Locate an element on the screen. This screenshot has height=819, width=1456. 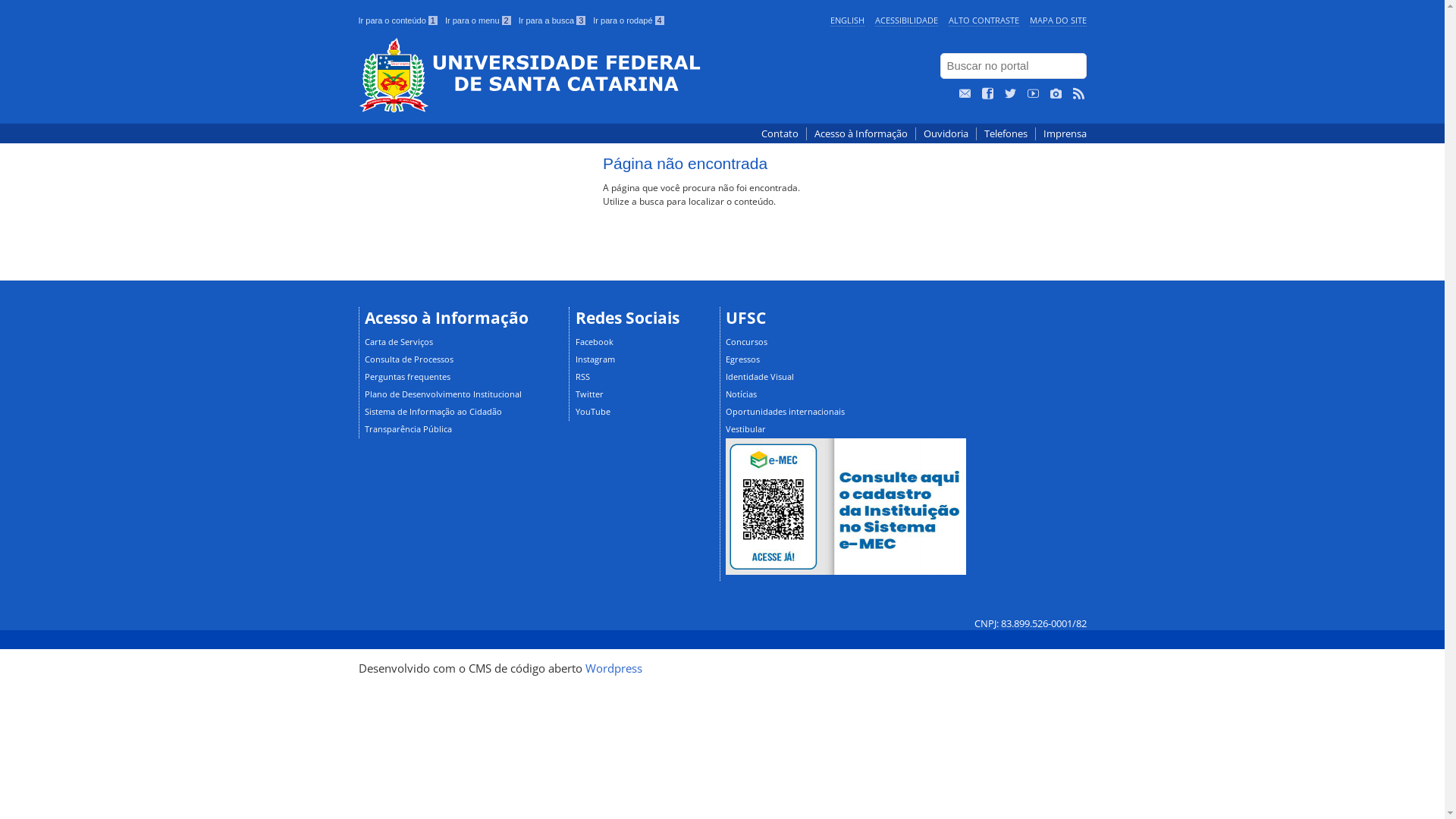
'Ir para o menu 2' is located at coordinates (477, 20).